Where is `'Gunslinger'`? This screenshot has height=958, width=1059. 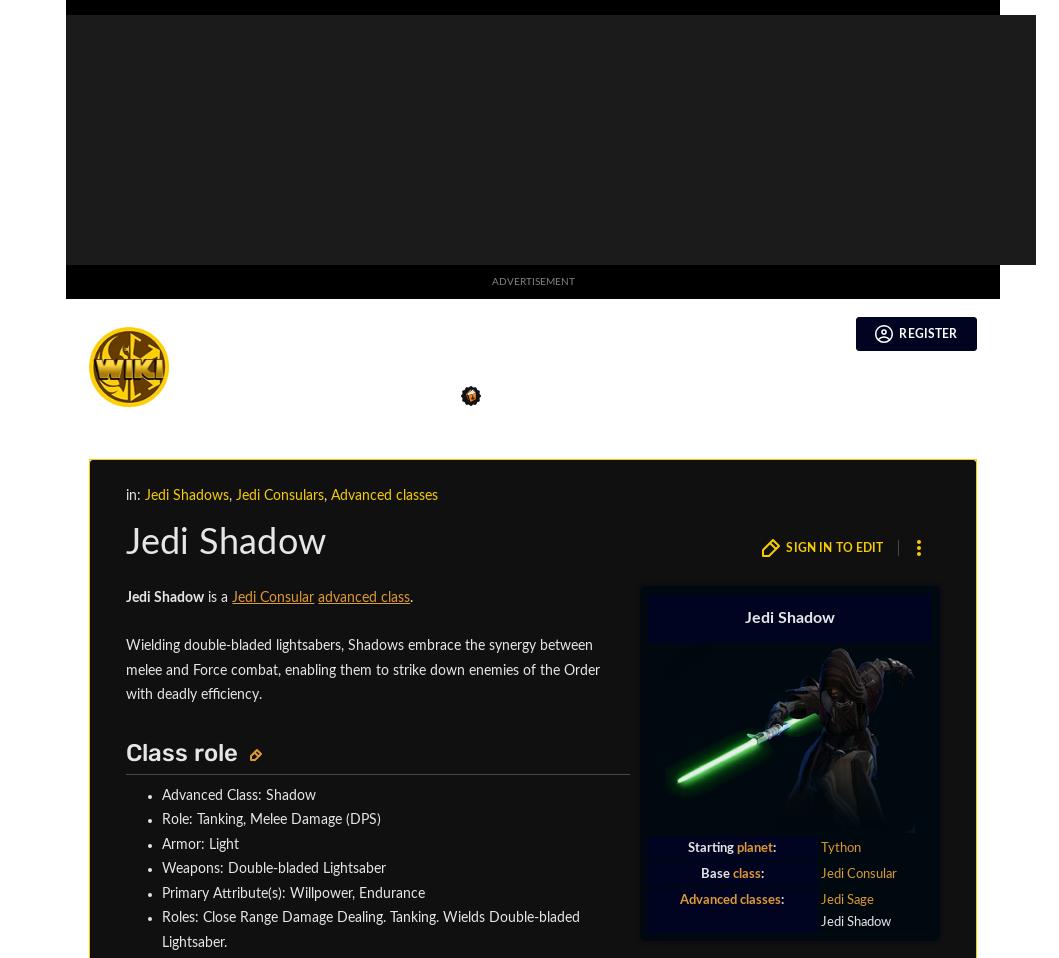
'Gunslinger' is located at coordinates (843, 145).